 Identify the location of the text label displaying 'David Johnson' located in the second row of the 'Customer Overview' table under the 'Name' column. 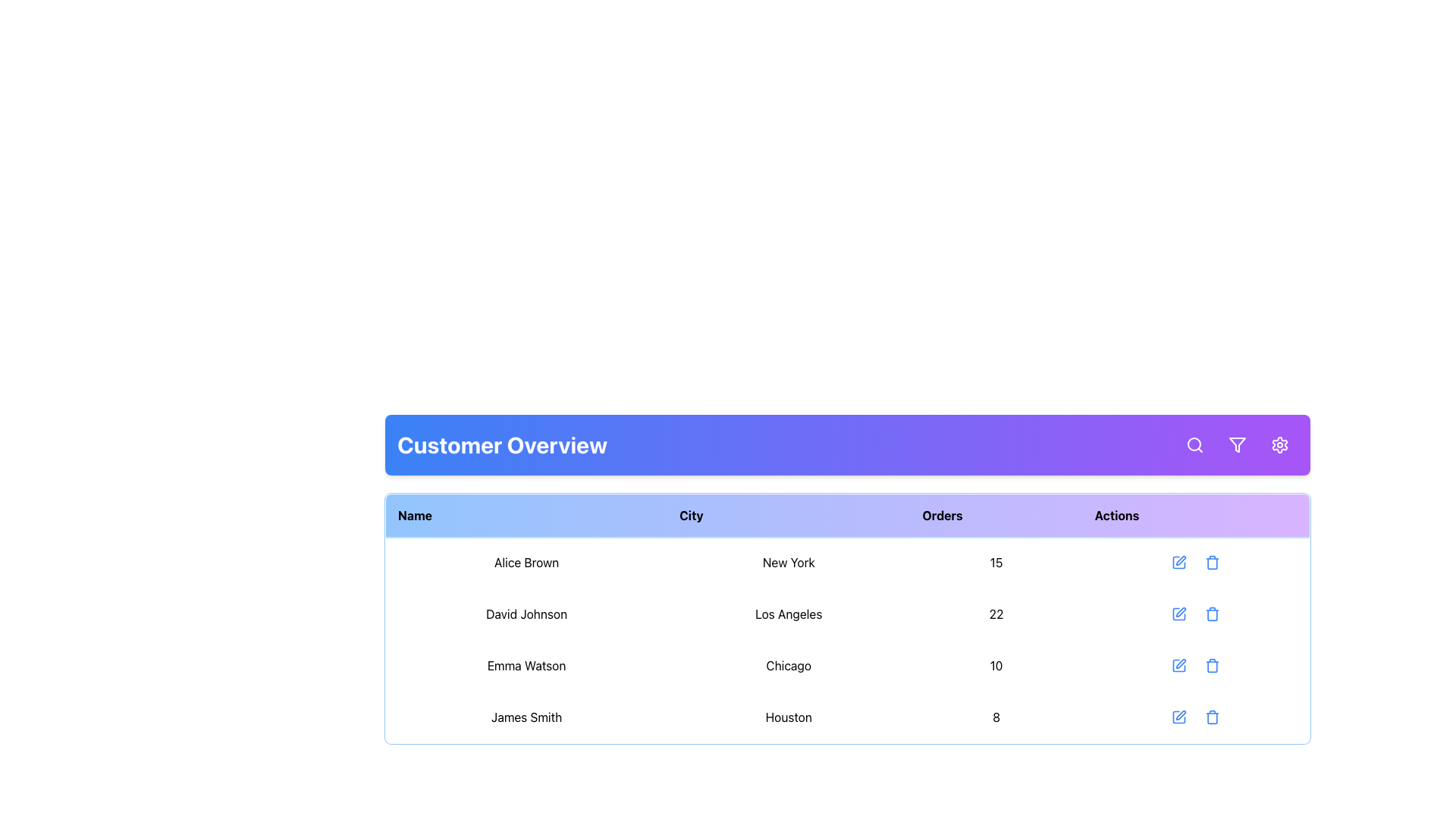
(526, 614).